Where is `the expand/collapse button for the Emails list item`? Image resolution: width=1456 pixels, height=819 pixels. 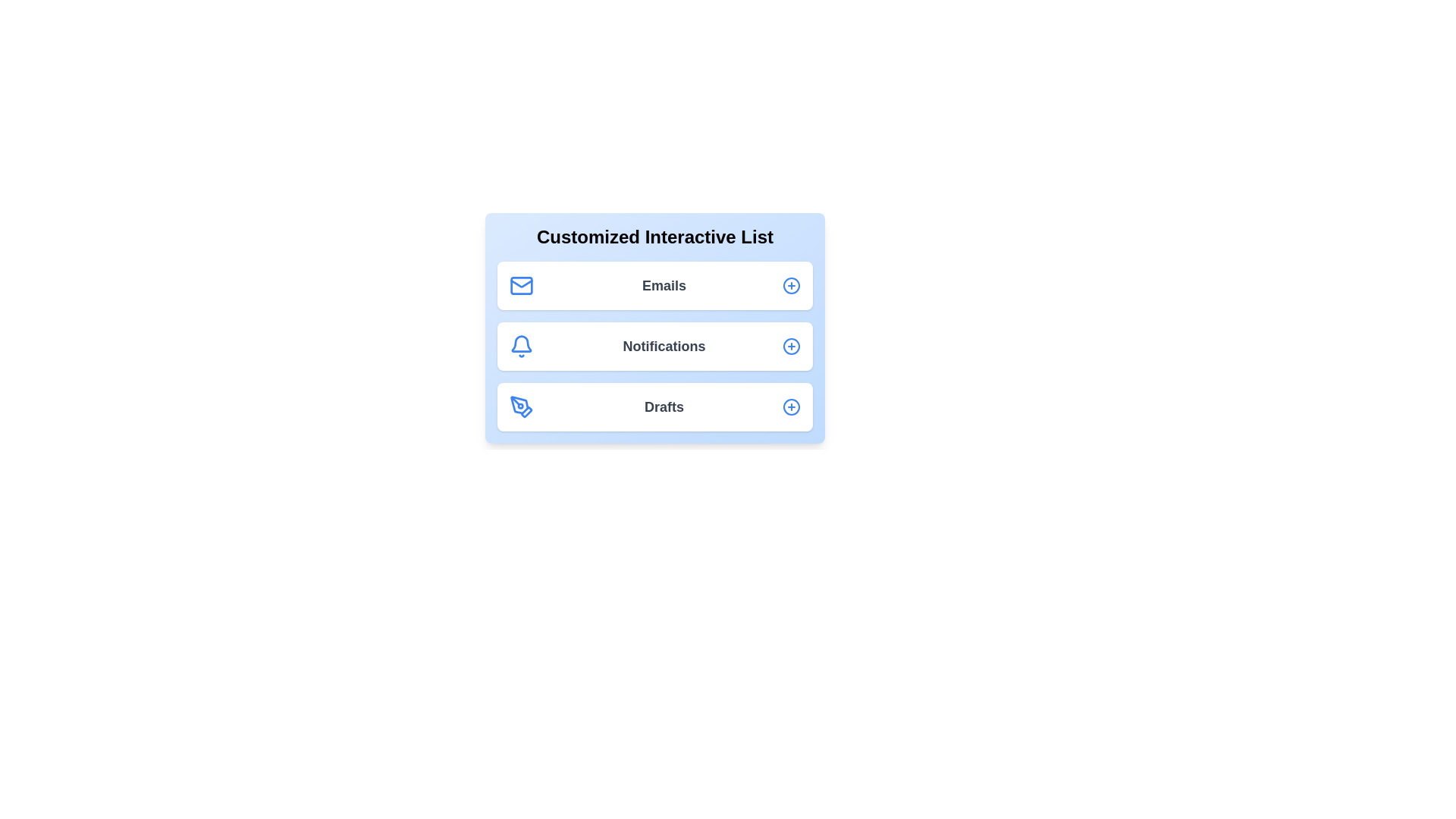
the expand/collapse button for the Emails list item is located at coordinates (790, 286).